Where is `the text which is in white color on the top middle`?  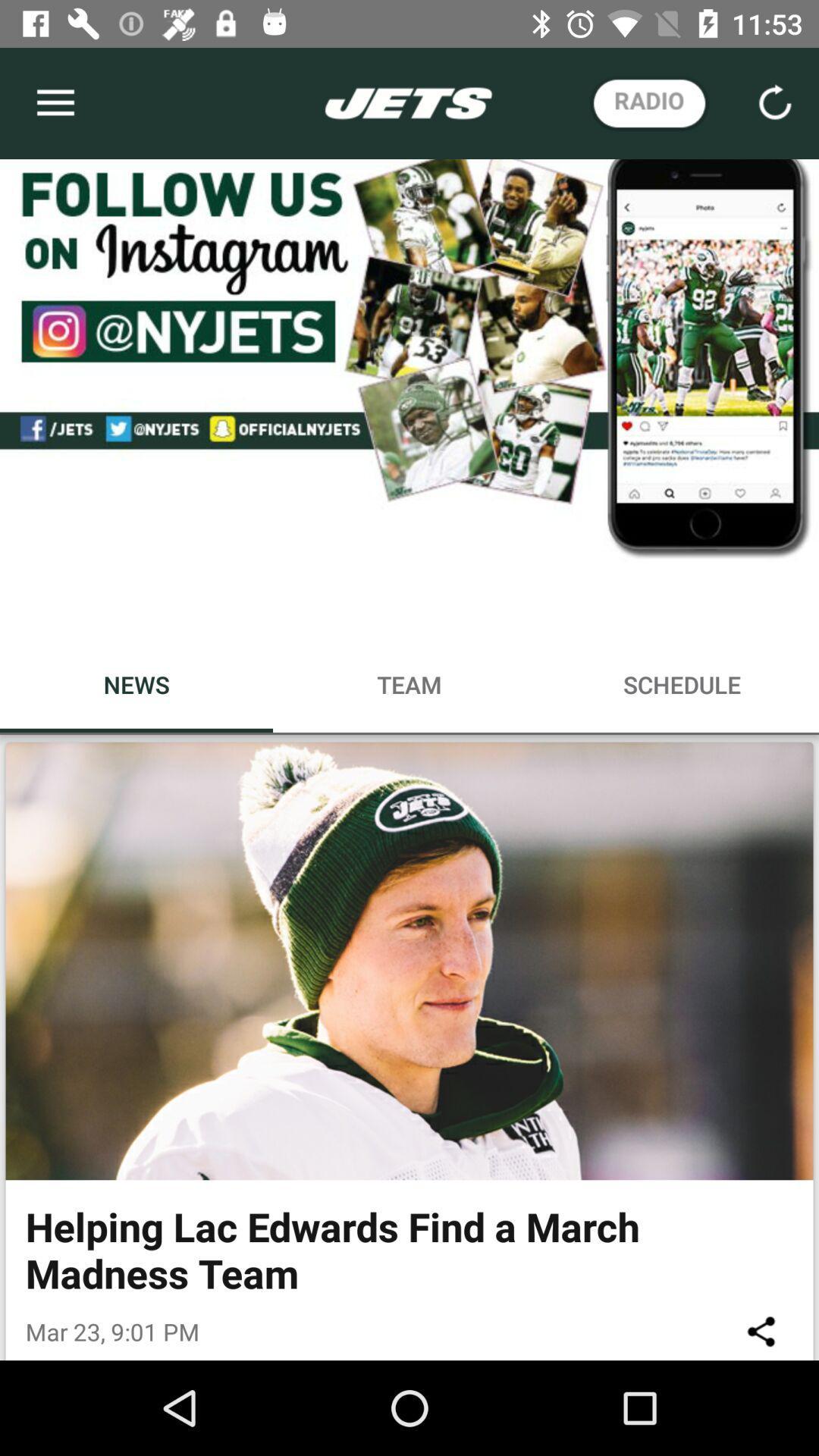
the text which is in white color on the top middle is located at coordinates (408, 102).